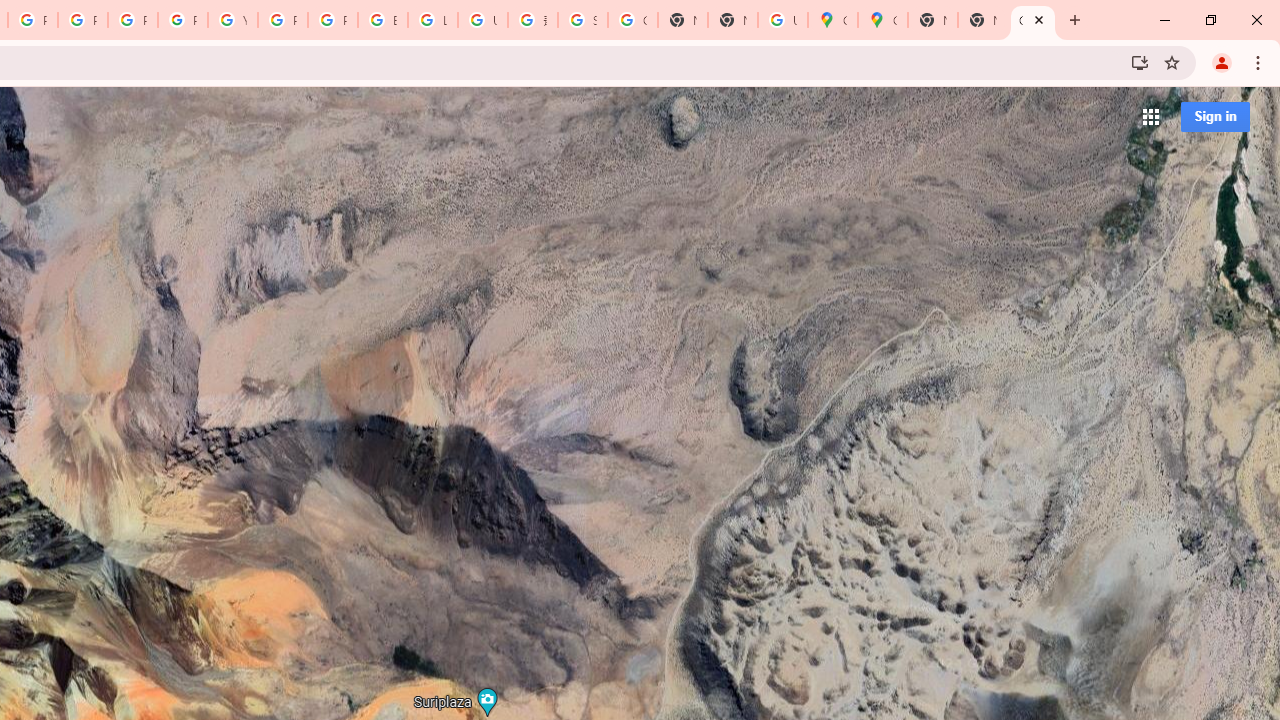 Image resolution: width=1280 pixels, height=720 pixels. I want to click on 'Browse Chrome as a guest - Computer - Google Chrome Help', so click(383, 20).